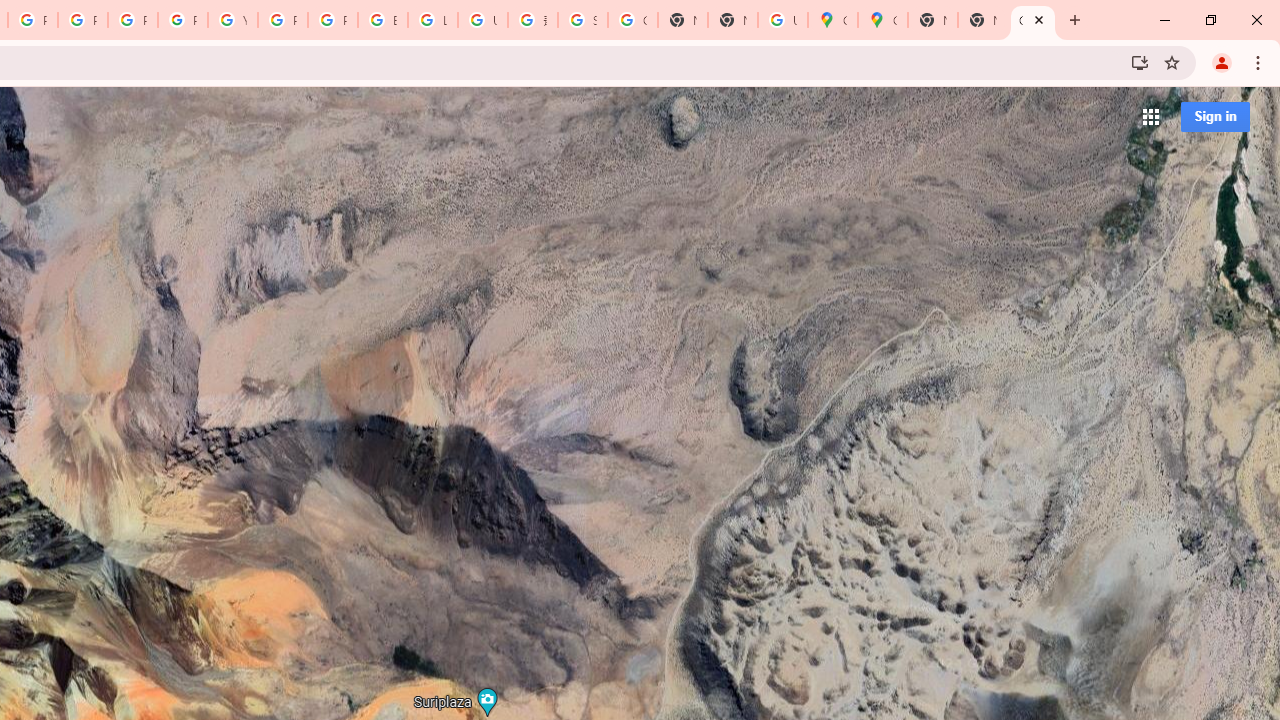 Image resolution: width=1280 pixels, height=720 pixels. I want to click on 'Browse Chrome as a guest - Computer - Google Chrome Help', so click(383, 20).